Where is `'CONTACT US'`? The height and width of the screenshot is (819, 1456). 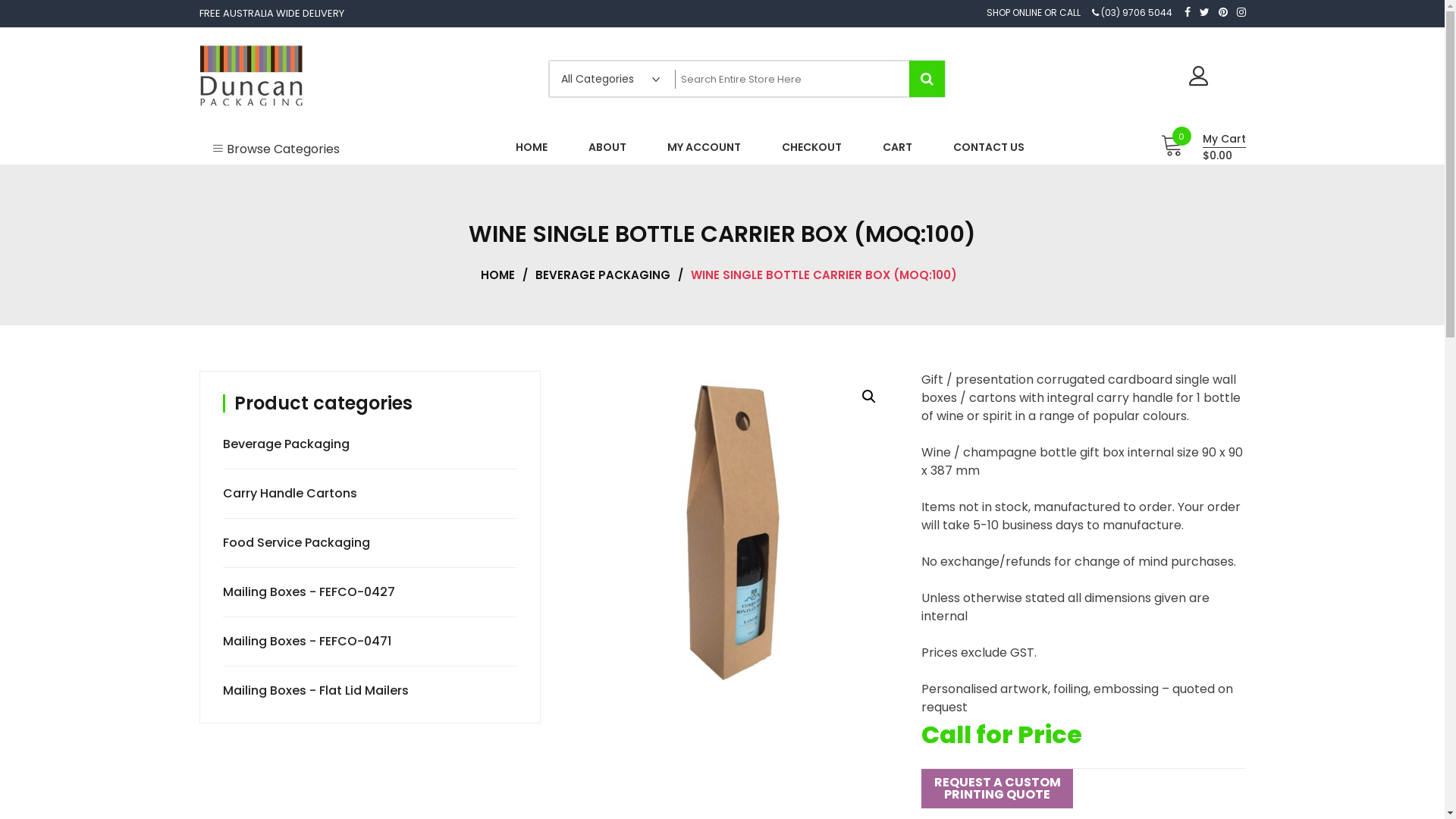 'CONTACT US' is located at coordinates (989, 147).